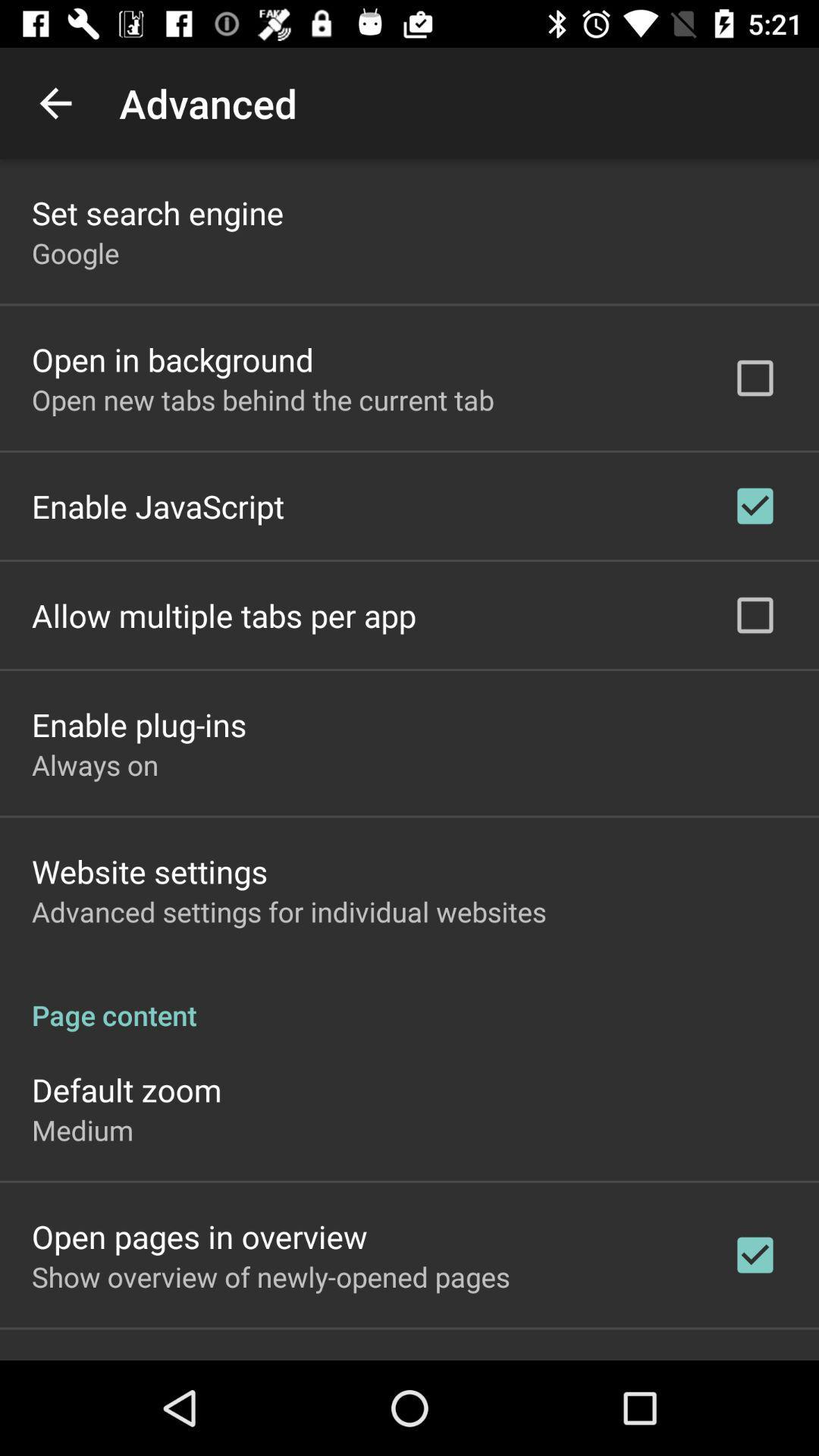 Image resolution: width=819 pixels, height=1456 pixels. Describe the element at coordinates (158, 506) in the screenshot. I see `item below the open new tabs icon` at that location.